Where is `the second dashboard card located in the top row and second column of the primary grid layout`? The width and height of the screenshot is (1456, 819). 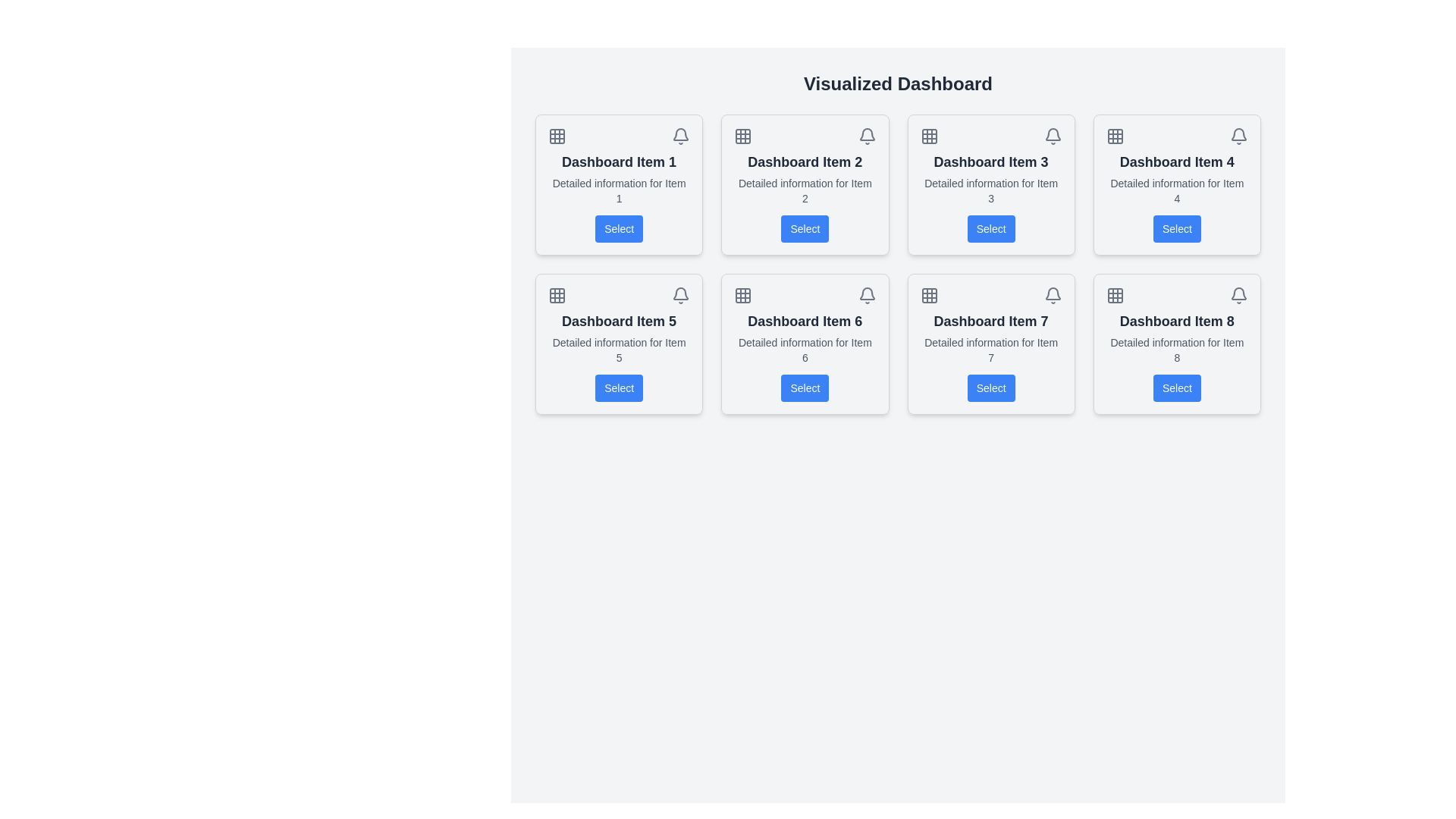 the second dashboard card located in the top row and second column of the primary grid layout is located at coordinates (804, 184).